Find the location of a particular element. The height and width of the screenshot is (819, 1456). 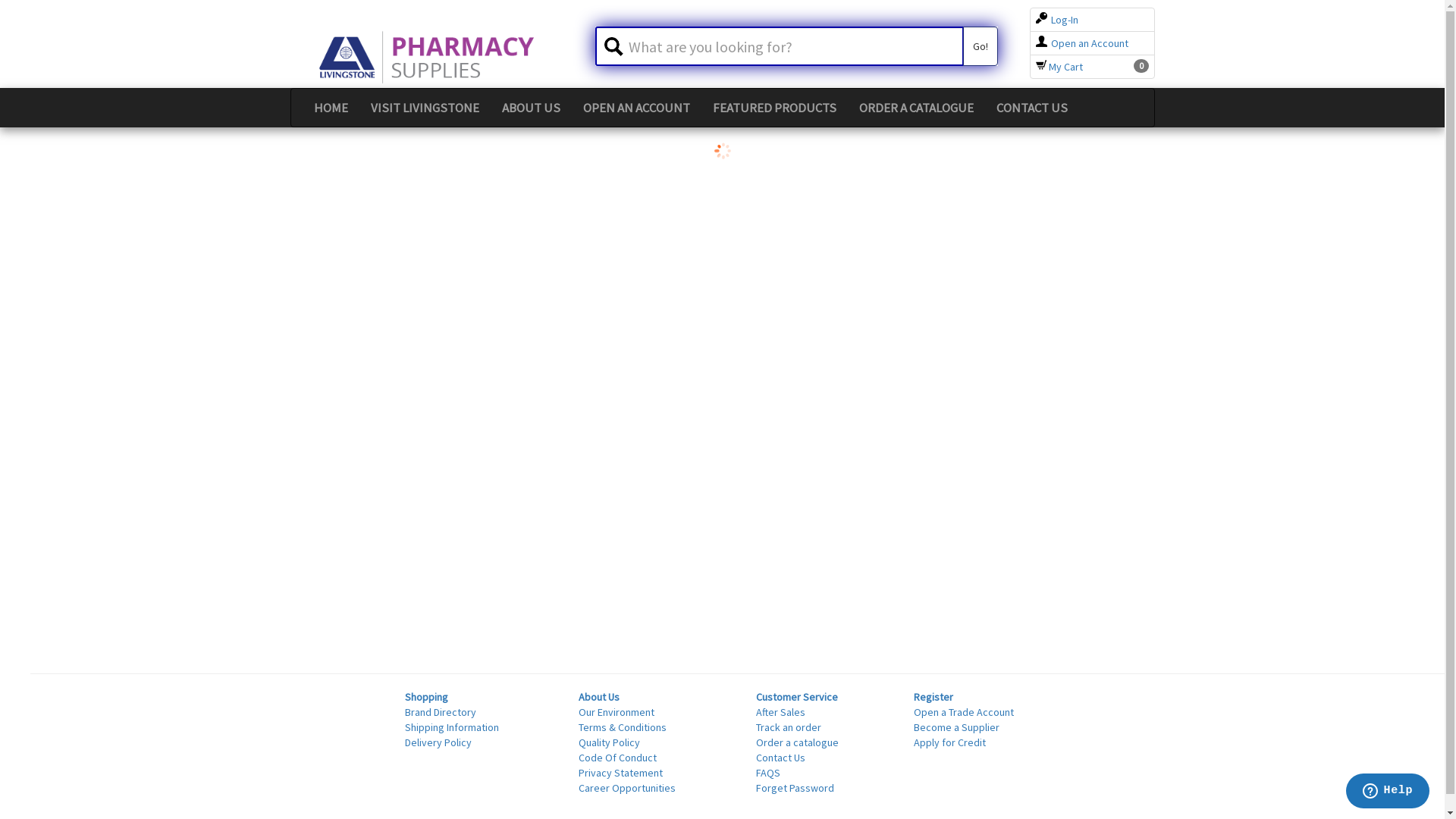

'ABOUT US' is located at coordinates (530, 107).